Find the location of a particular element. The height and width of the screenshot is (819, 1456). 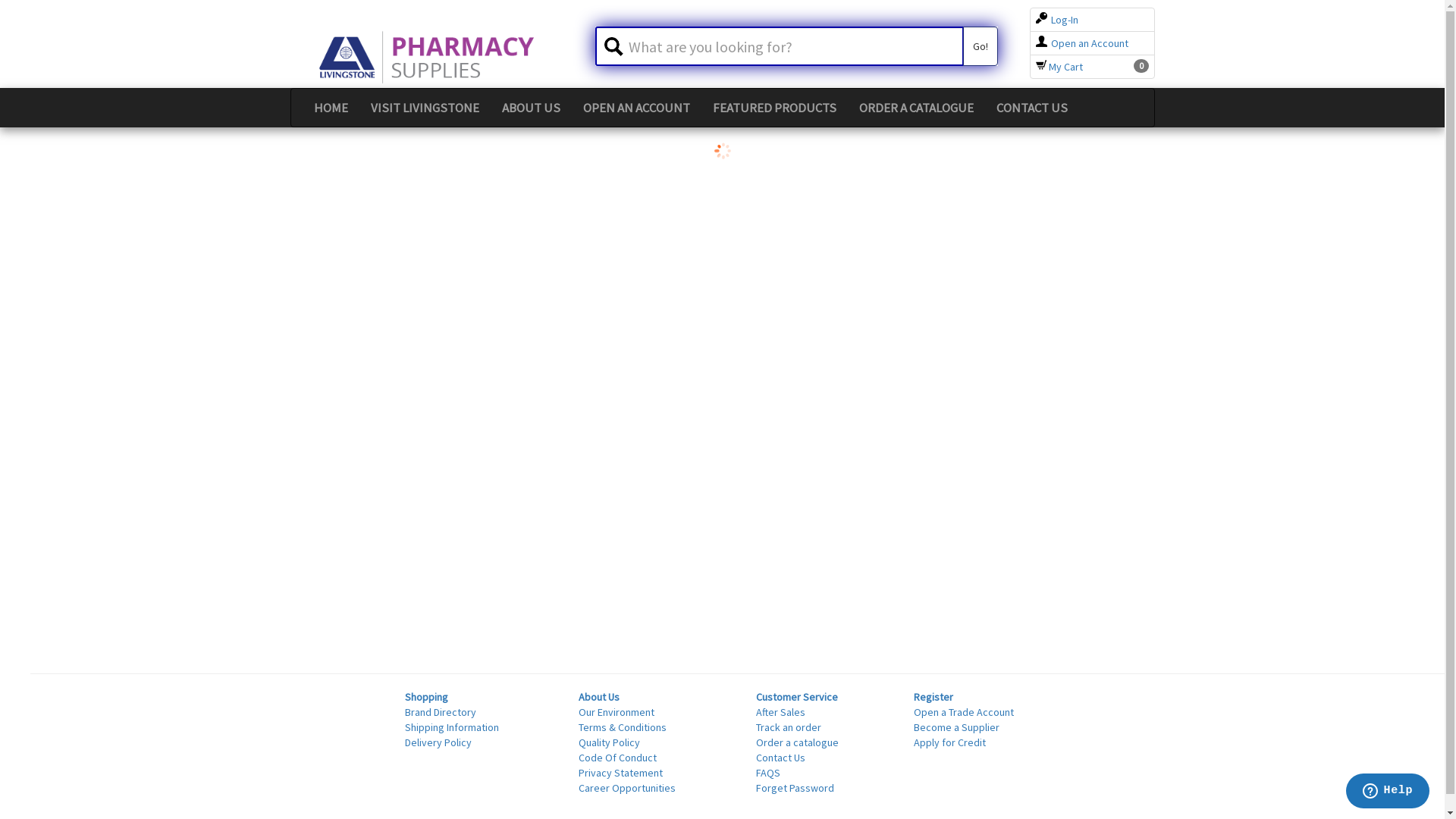

'ABOUT US' is located at coordinates (530, 107).